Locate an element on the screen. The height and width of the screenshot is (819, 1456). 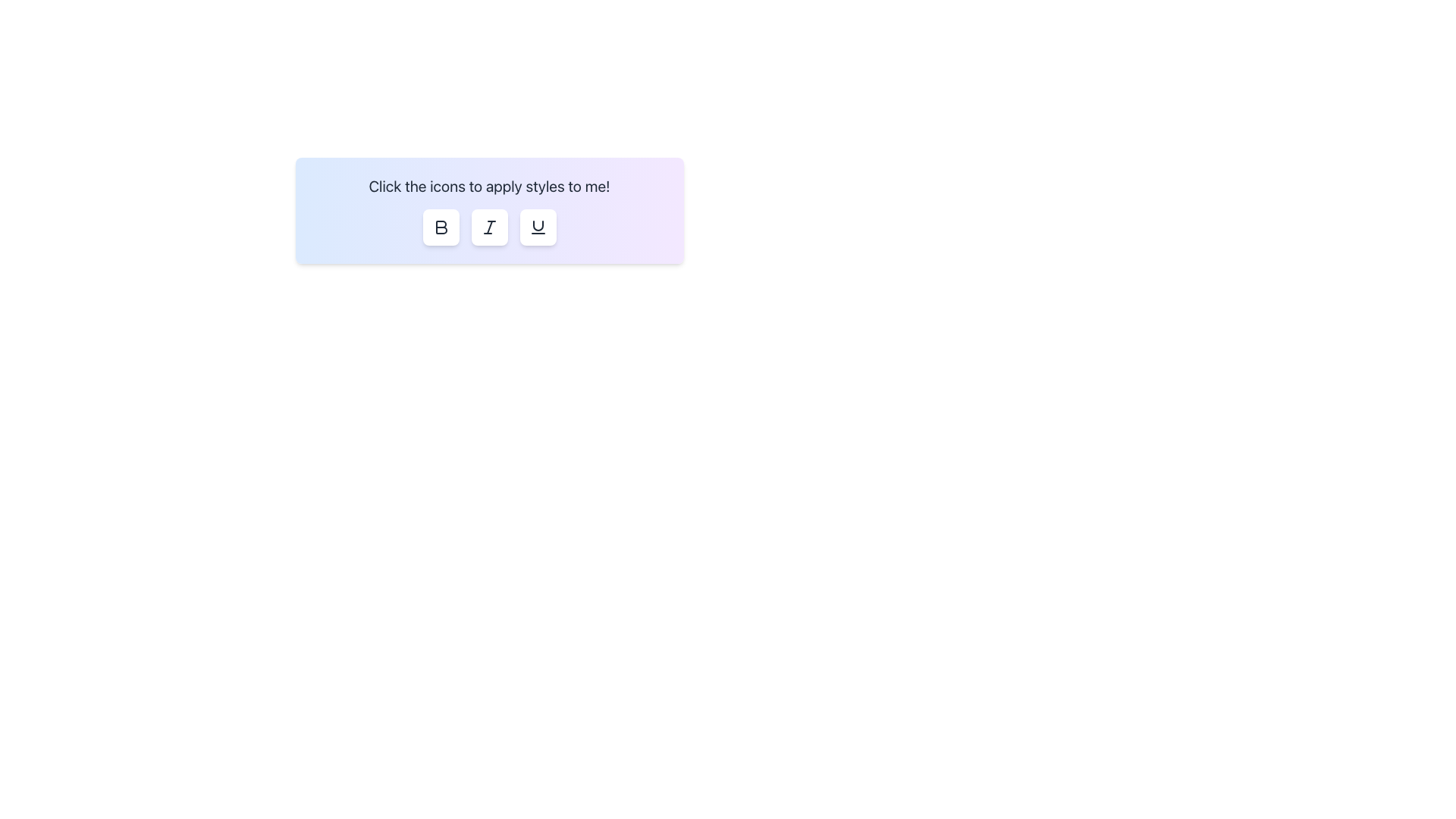
the underline icon element, which is part of an SVG component located between an italicized 'I' icon and a button labeled 'U' is located at coordinates (538, 225).